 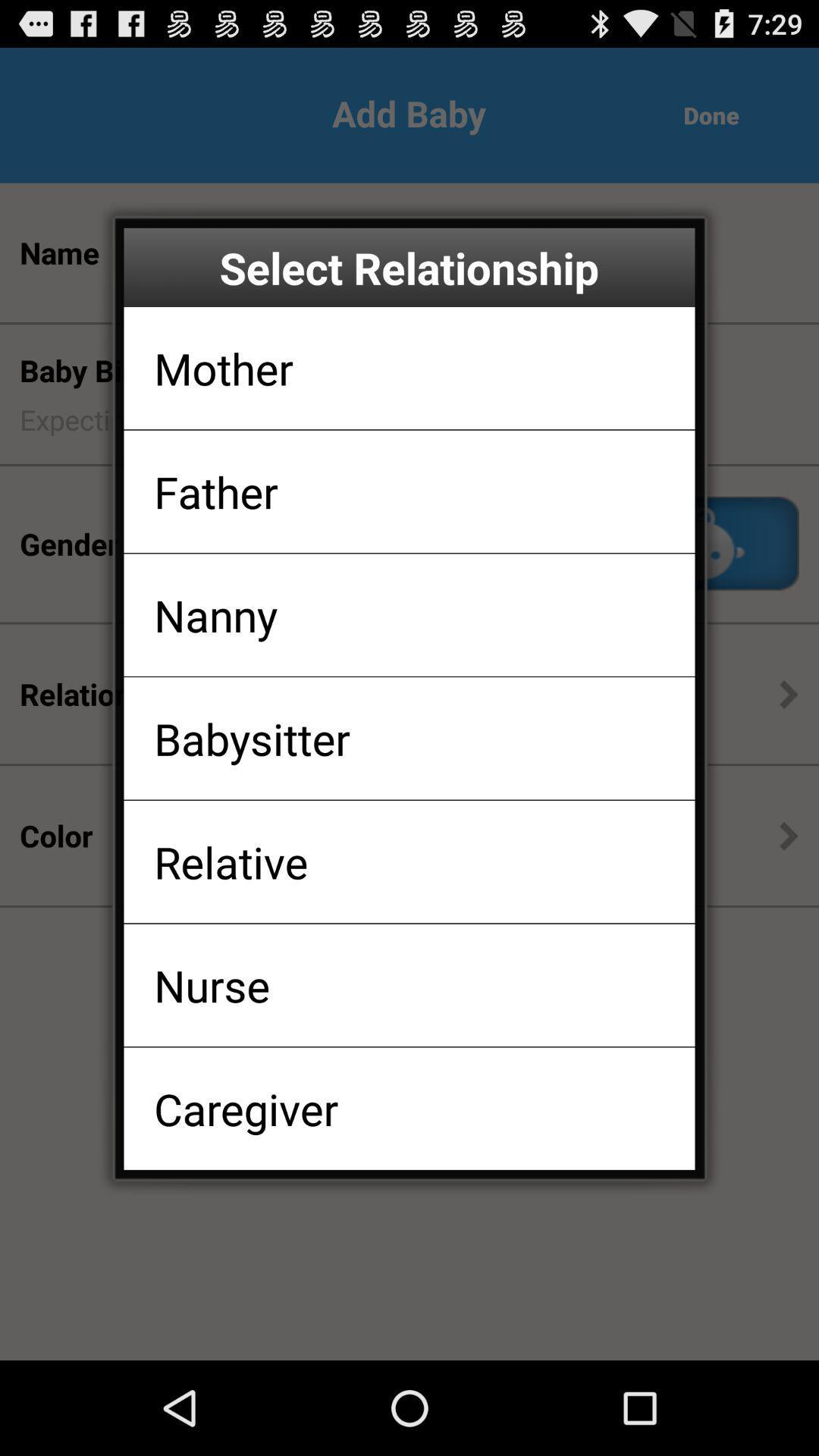 What do you see at coordinates (212, 985) in the screenshot?
I see `item above the caregiver icon` at bounding box center [212, 985].